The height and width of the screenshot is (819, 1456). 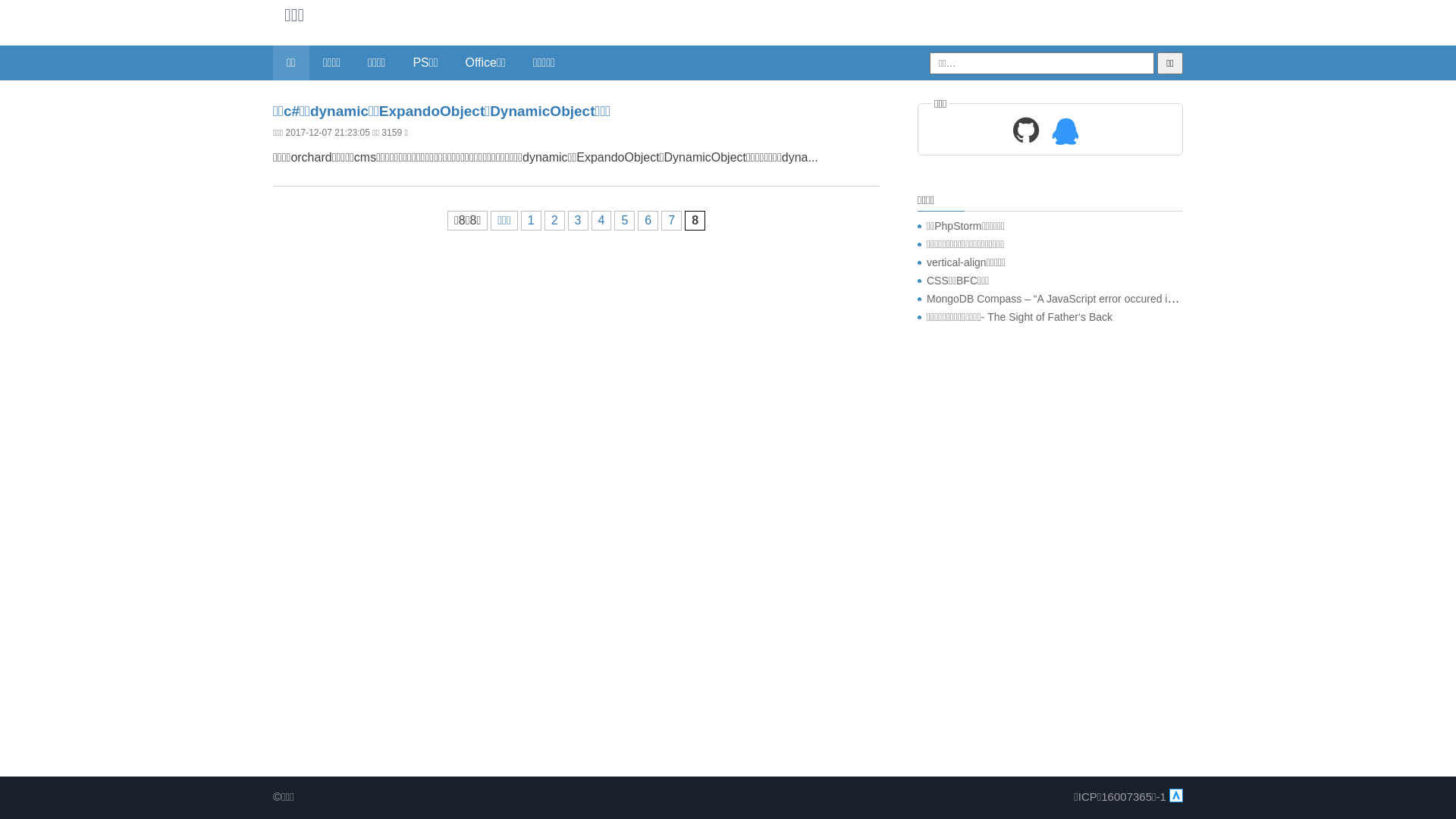 I want to click on '7', so click(x=670, y=220).